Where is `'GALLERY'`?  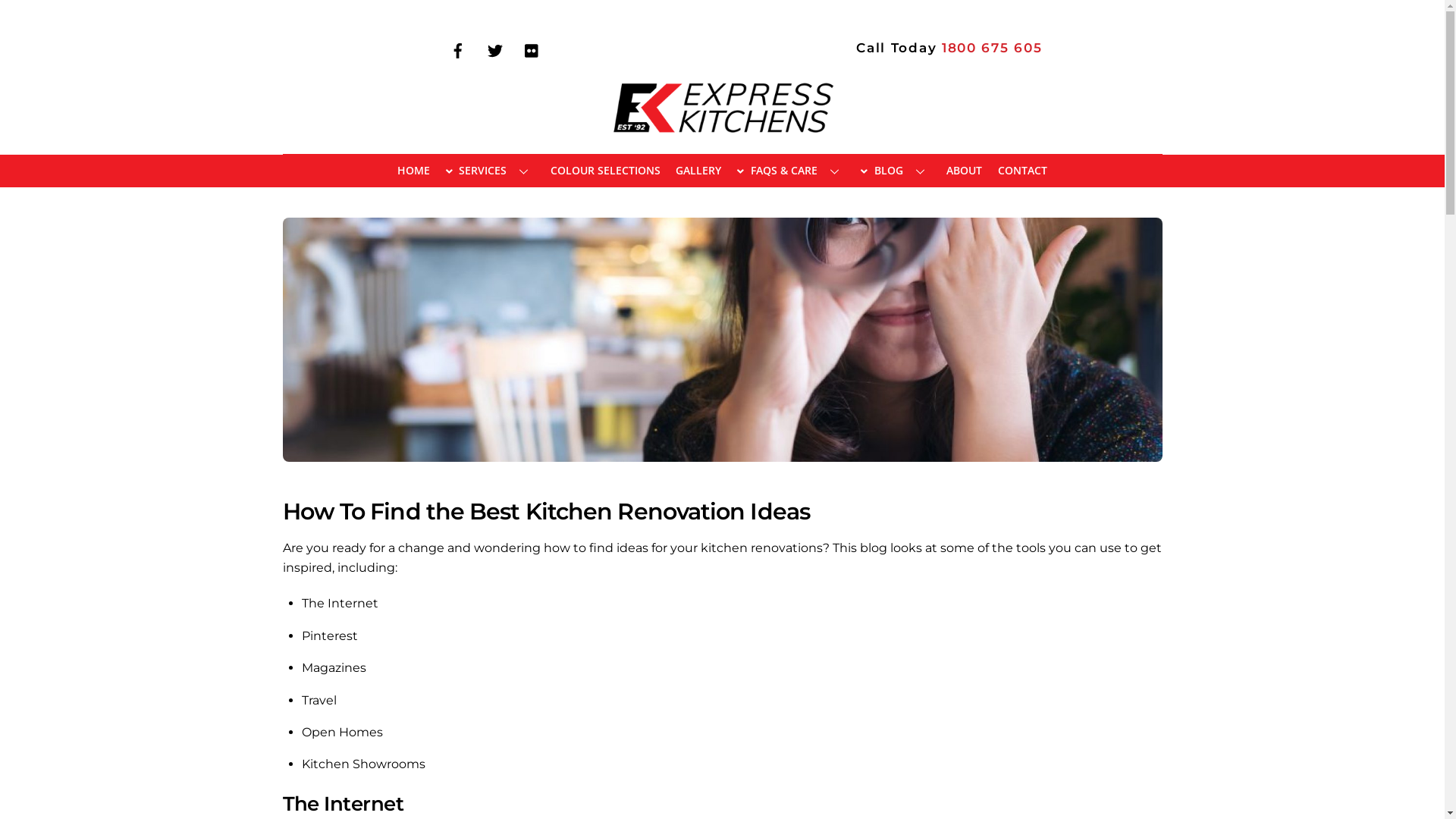
'GALLERY' is located at coordinates (698, 170).